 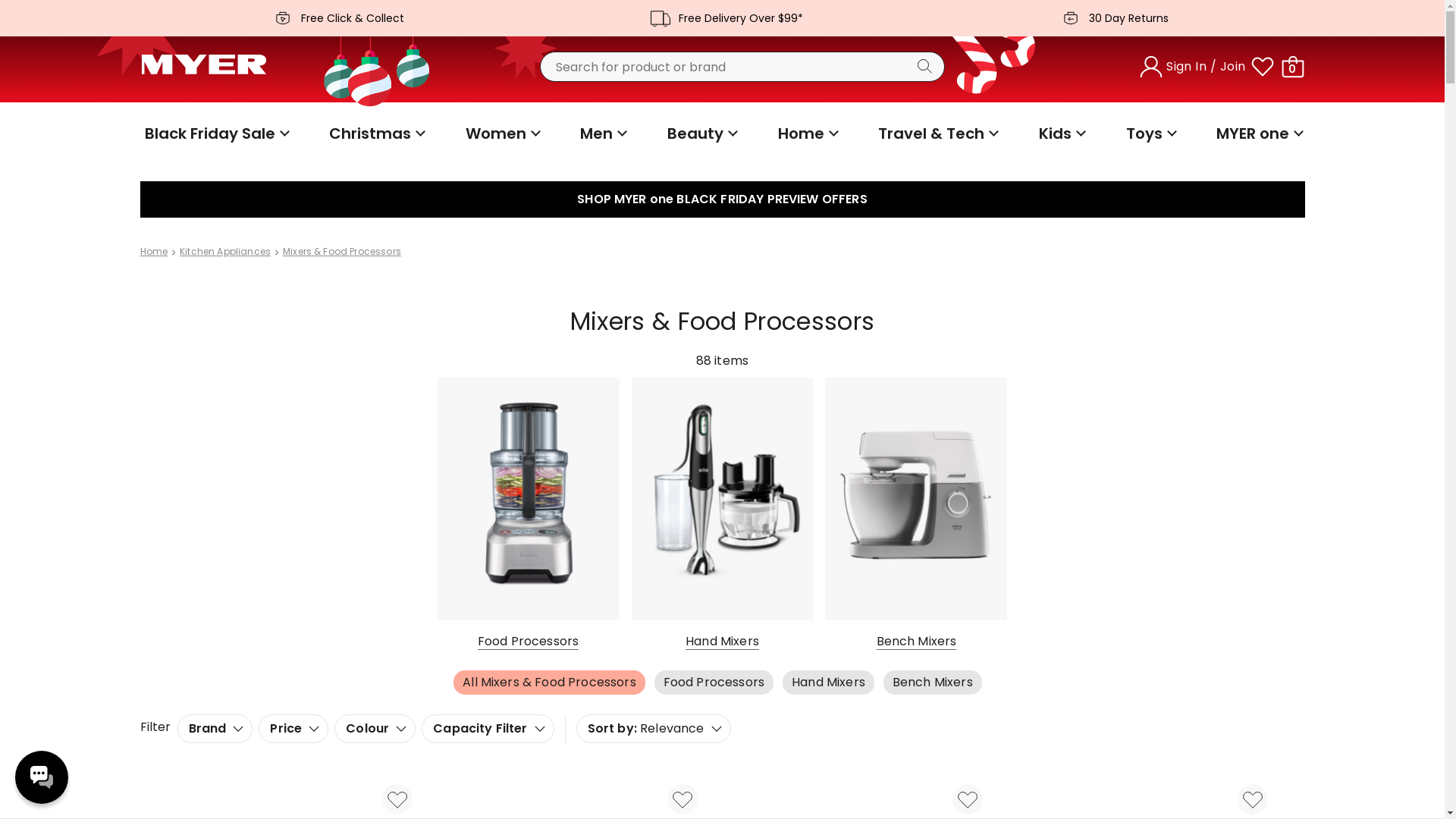 I want to click on 'MYER one', so click(x=1258, y=133).